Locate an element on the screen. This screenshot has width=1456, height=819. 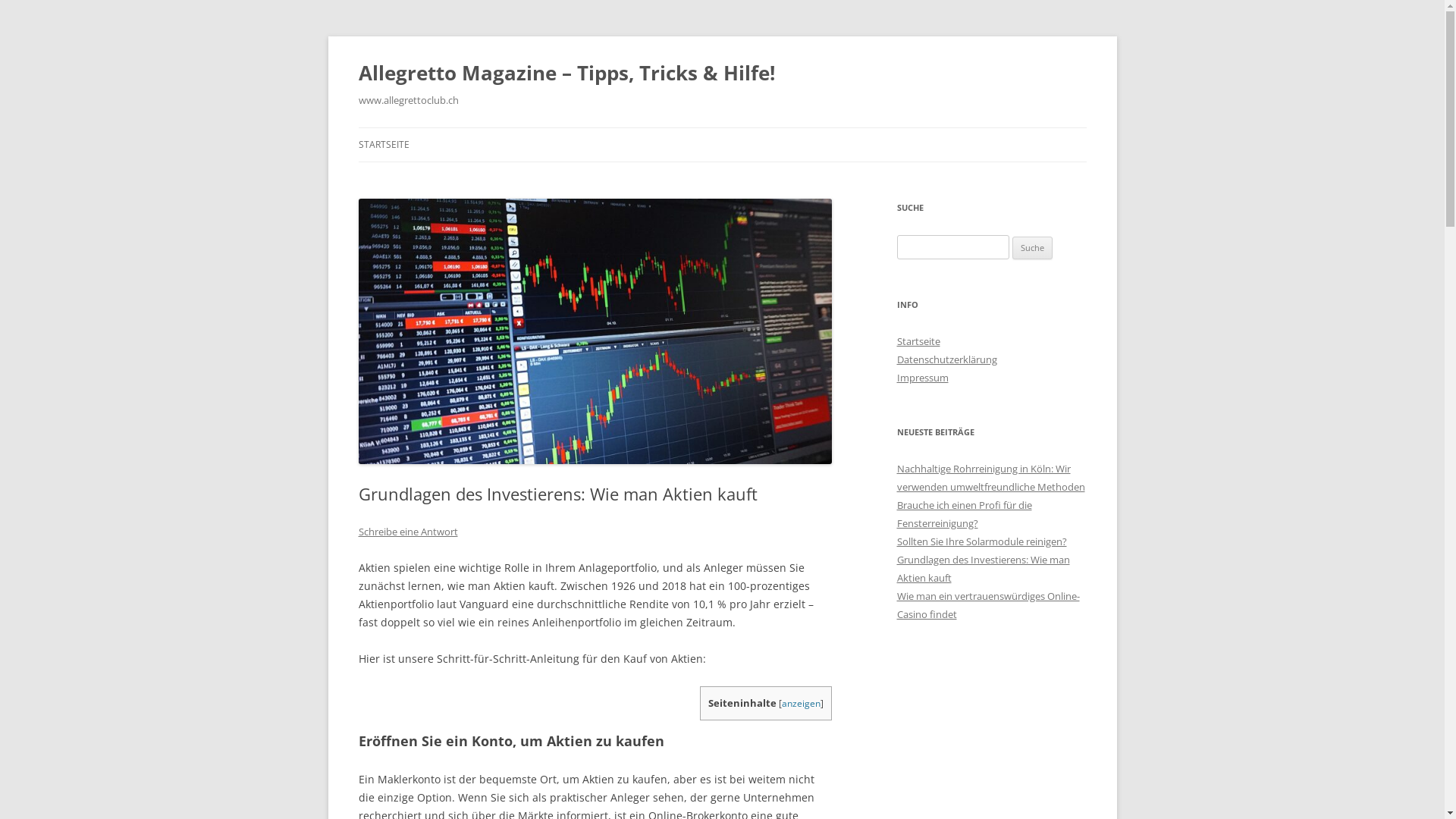
'Grundlagen des Investierens: Wie man Aktien kauft' is located at coordinates (983, 568).